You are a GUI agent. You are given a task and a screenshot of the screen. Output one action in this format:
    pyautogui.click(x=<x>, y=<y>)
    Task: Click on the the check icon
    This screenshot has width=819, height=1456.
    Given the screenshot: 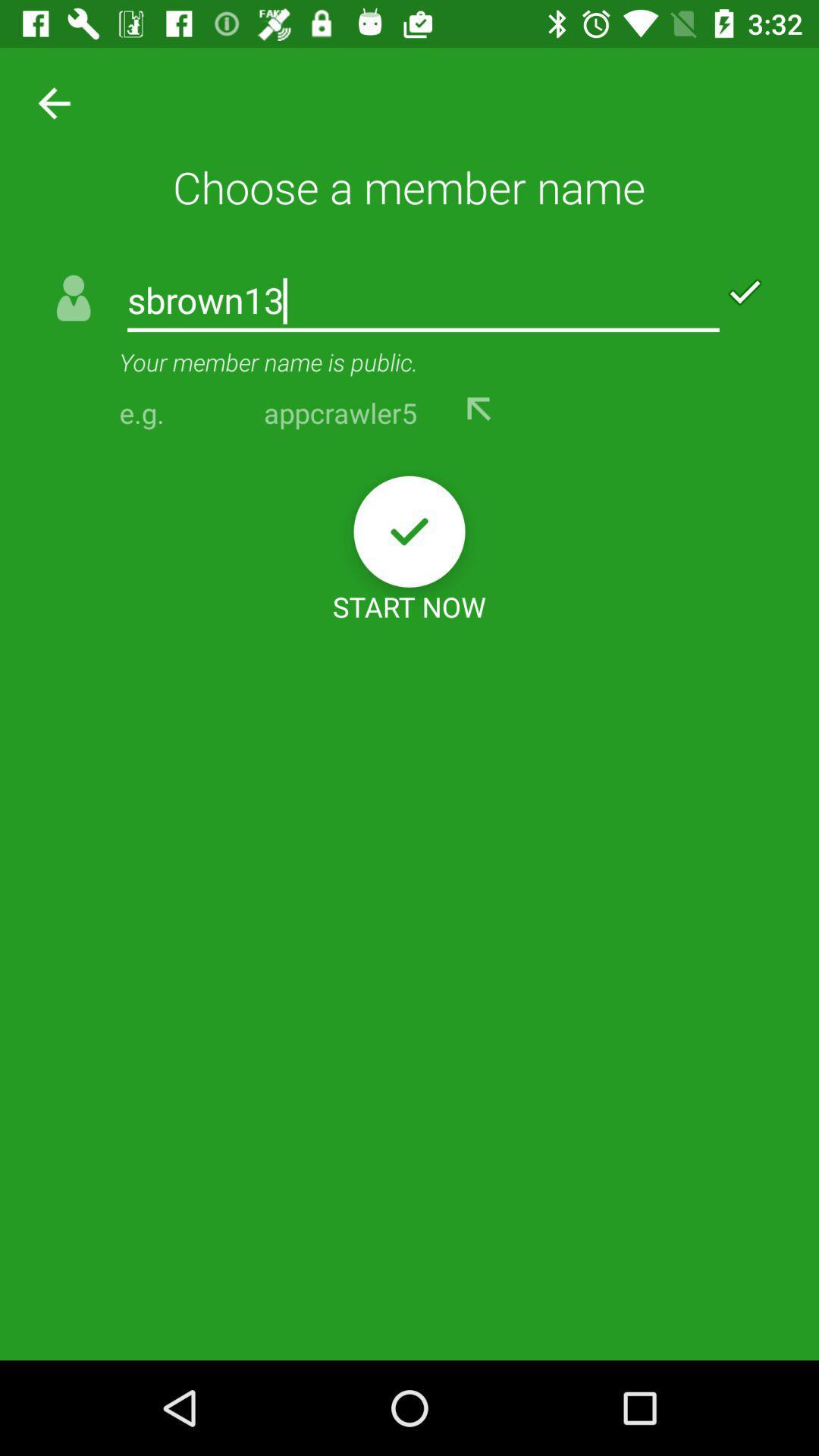 What is the action you would take?
    pyautogui.click(x=409, y=532)
    